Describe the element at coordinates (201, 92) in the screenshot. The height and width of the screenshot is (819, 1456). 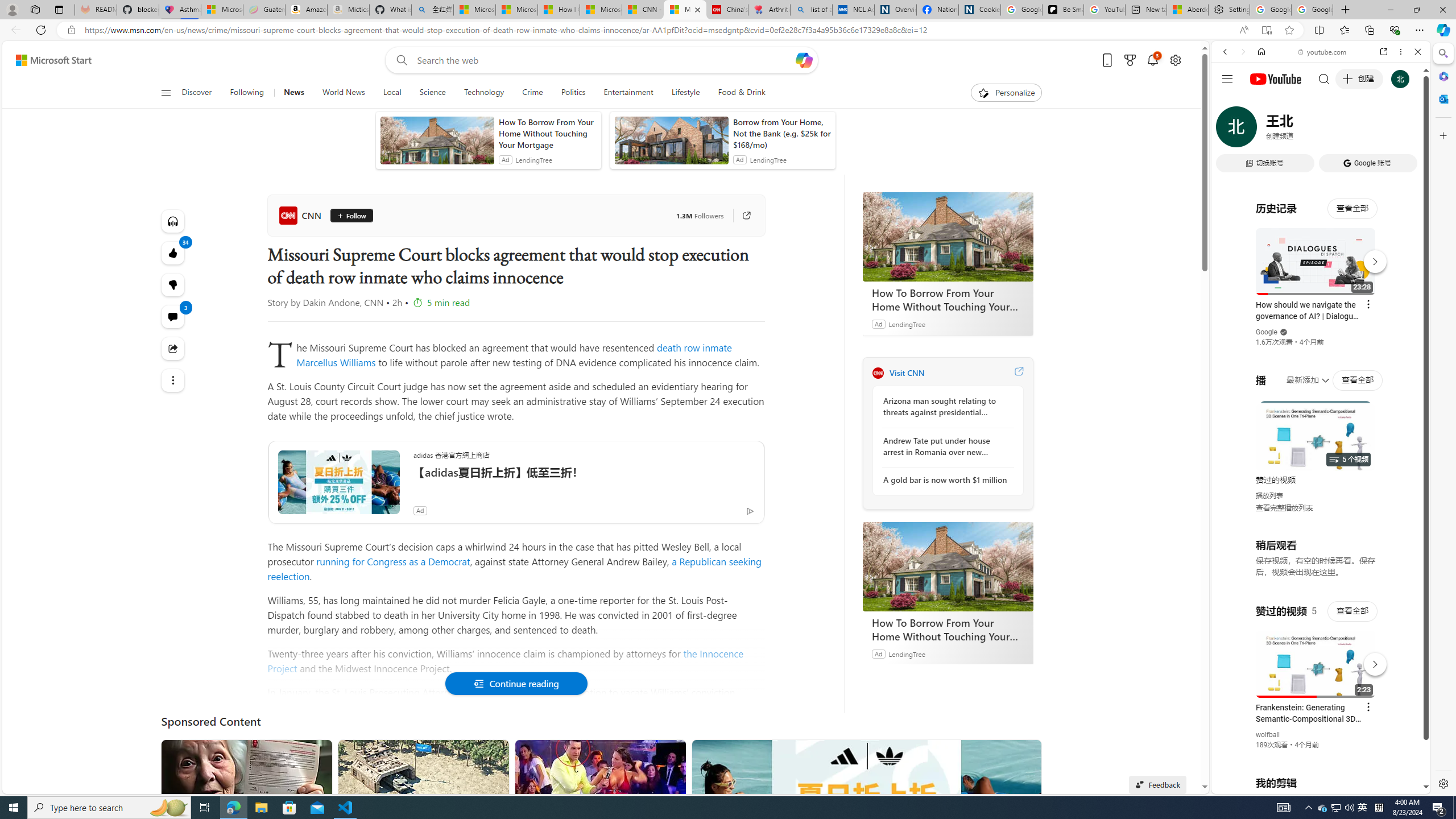
I see `'Discover'` at that location.